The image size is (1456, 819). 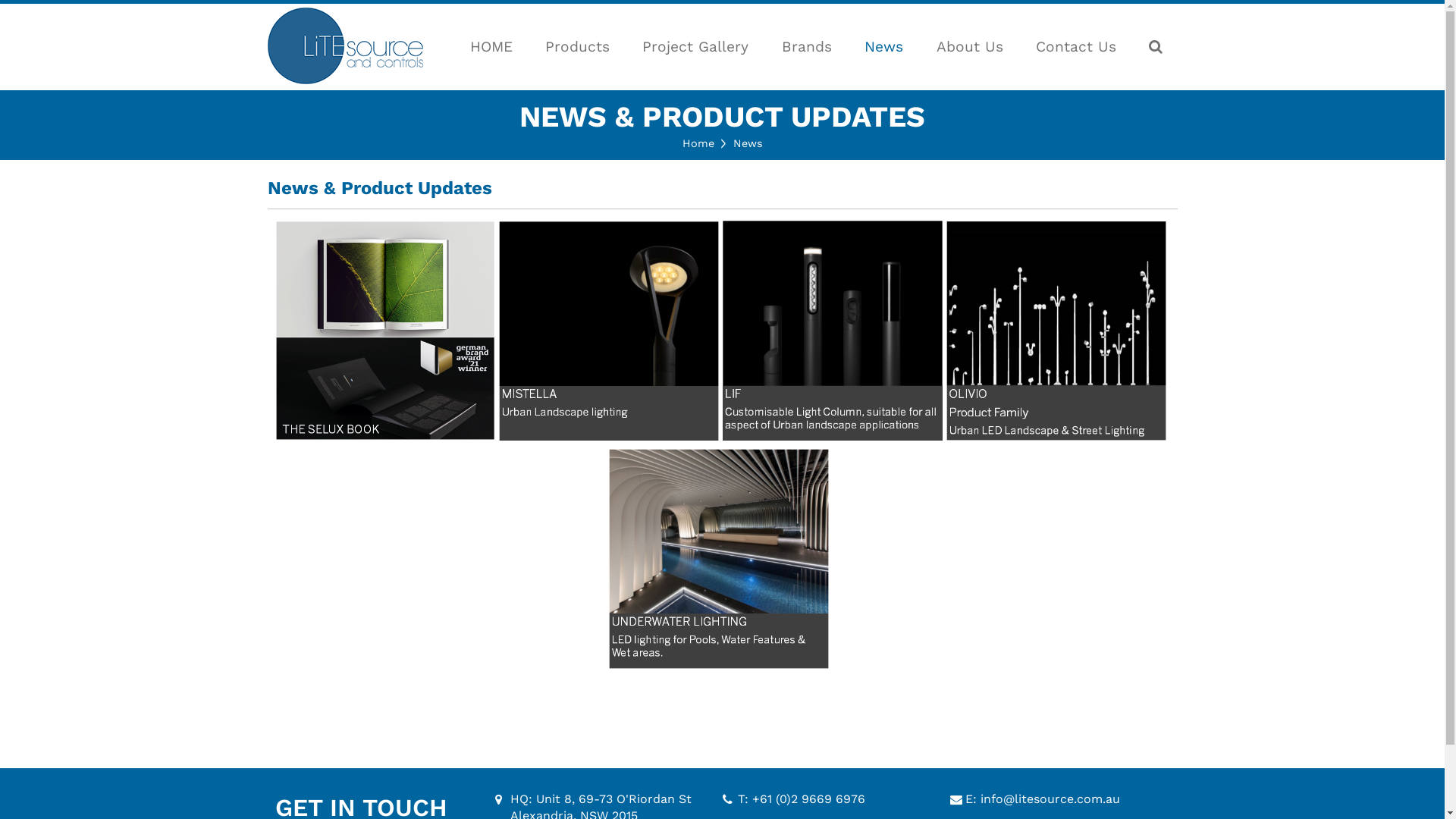 I want to click on '+61 (0)2 9669 6976', so click(x=752, y=798).